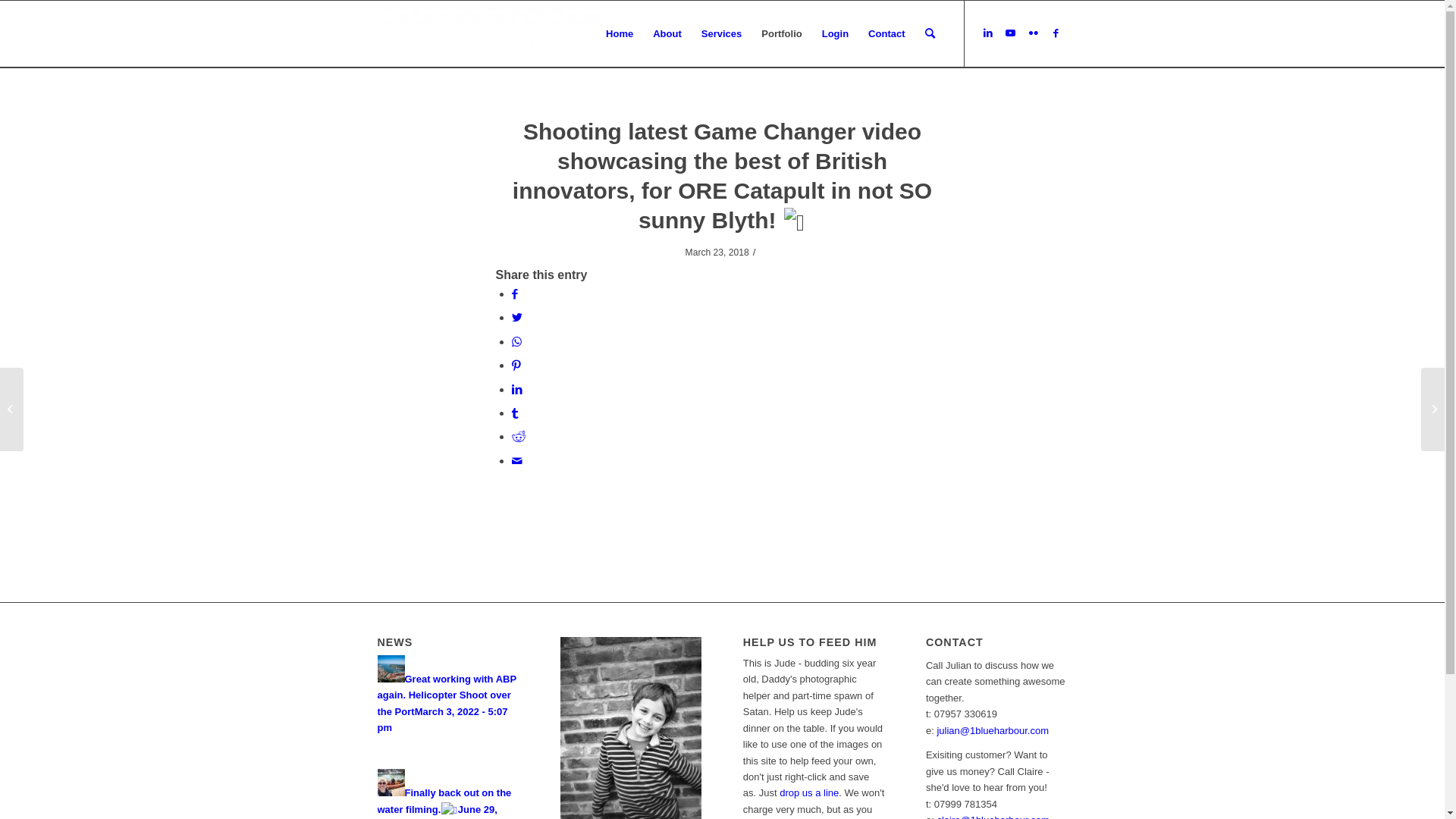 The image size is (1456, 819). I want to click on 'drop us a line', so click(808, 792).